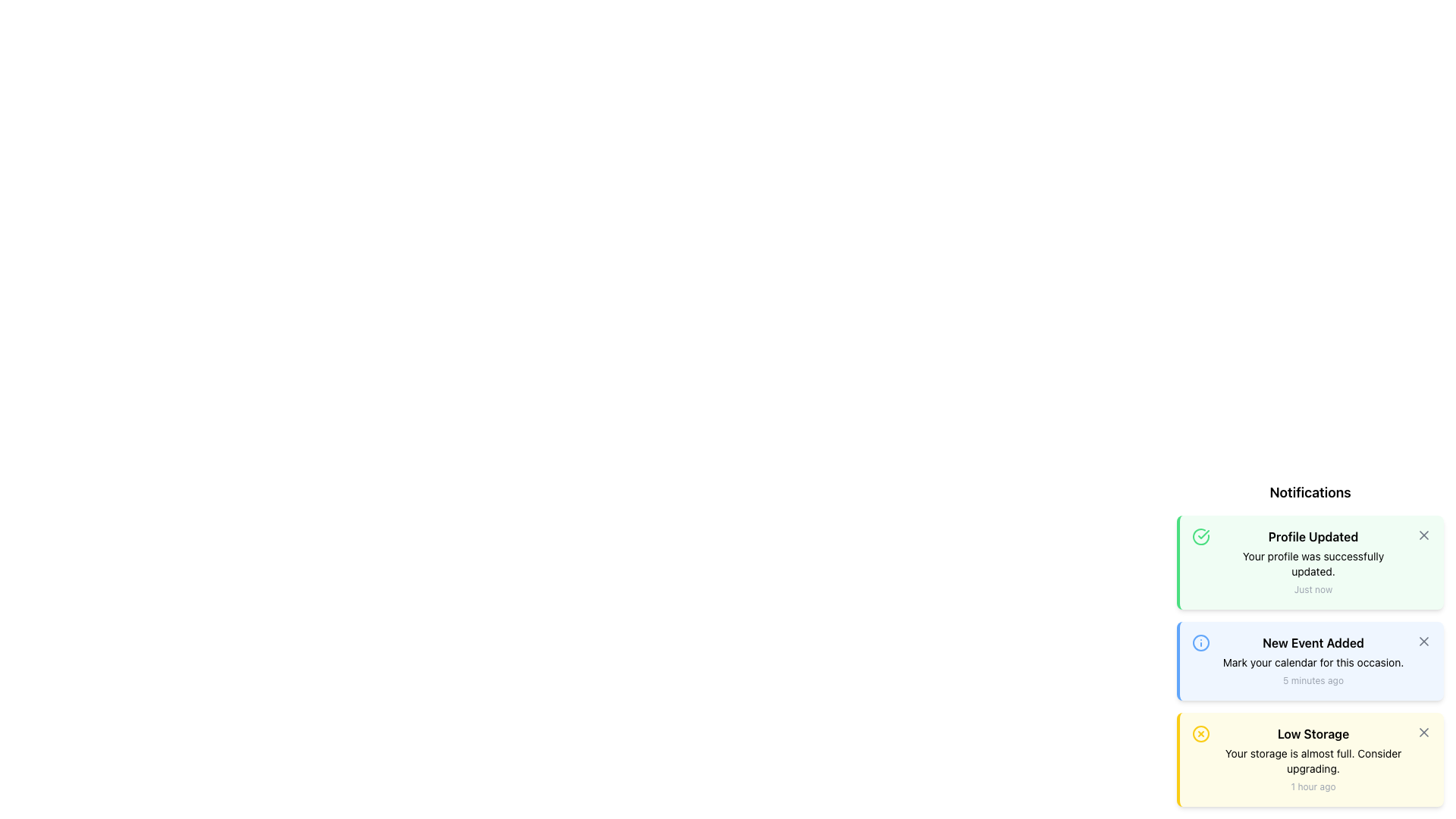 The width and height of the screenshot is (1456, 819). What do you see at coordinates (1423, 534) in the screenshot?
I see `the small gray 'X' button in the top-right corner of the 'Profile Updated' notification card to observe the style change` at bounding box center [1423, 534].